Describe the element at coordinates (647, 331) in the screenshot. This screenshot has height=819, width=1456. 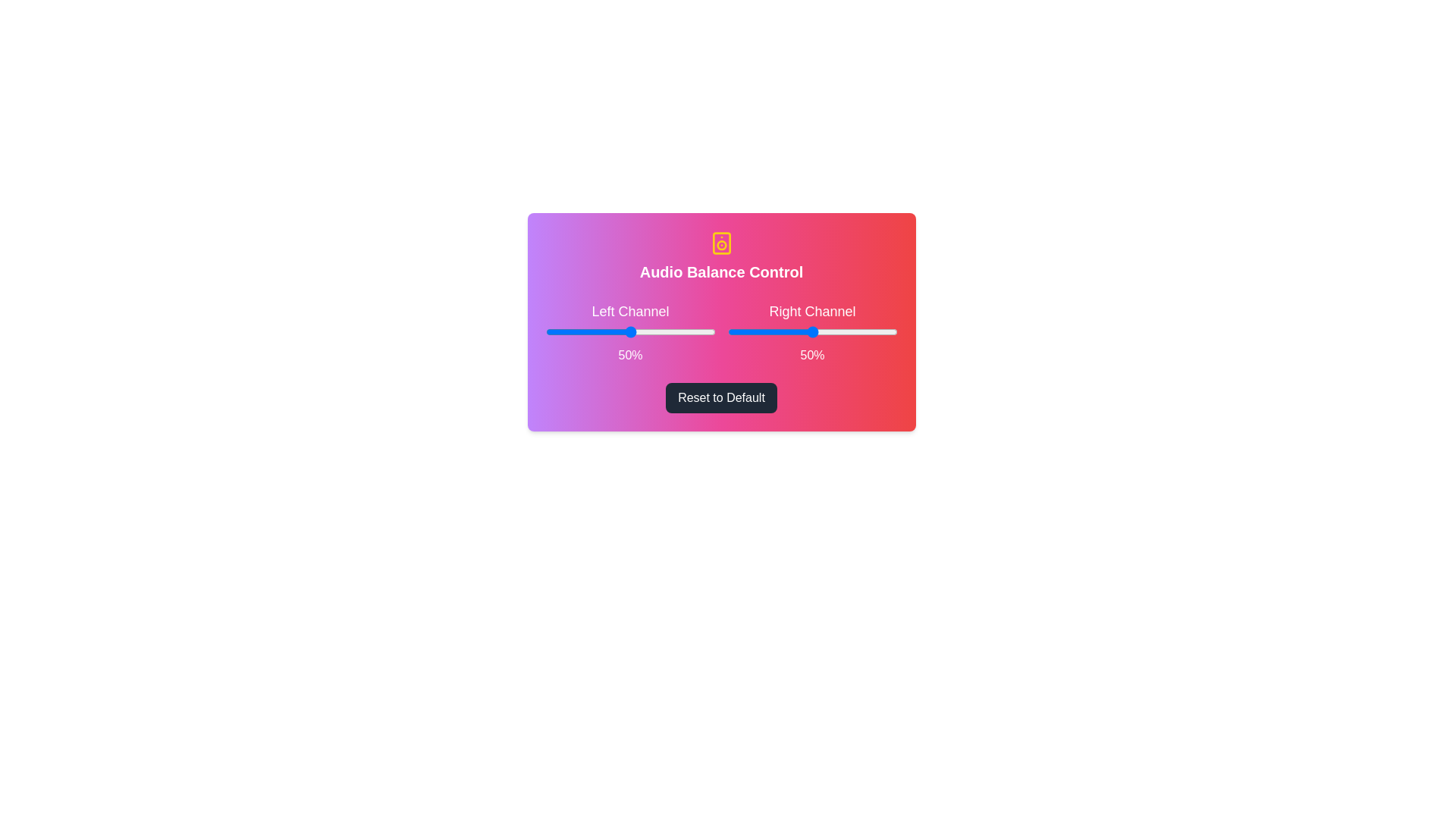
I see `the left slider to 60%` at that location.